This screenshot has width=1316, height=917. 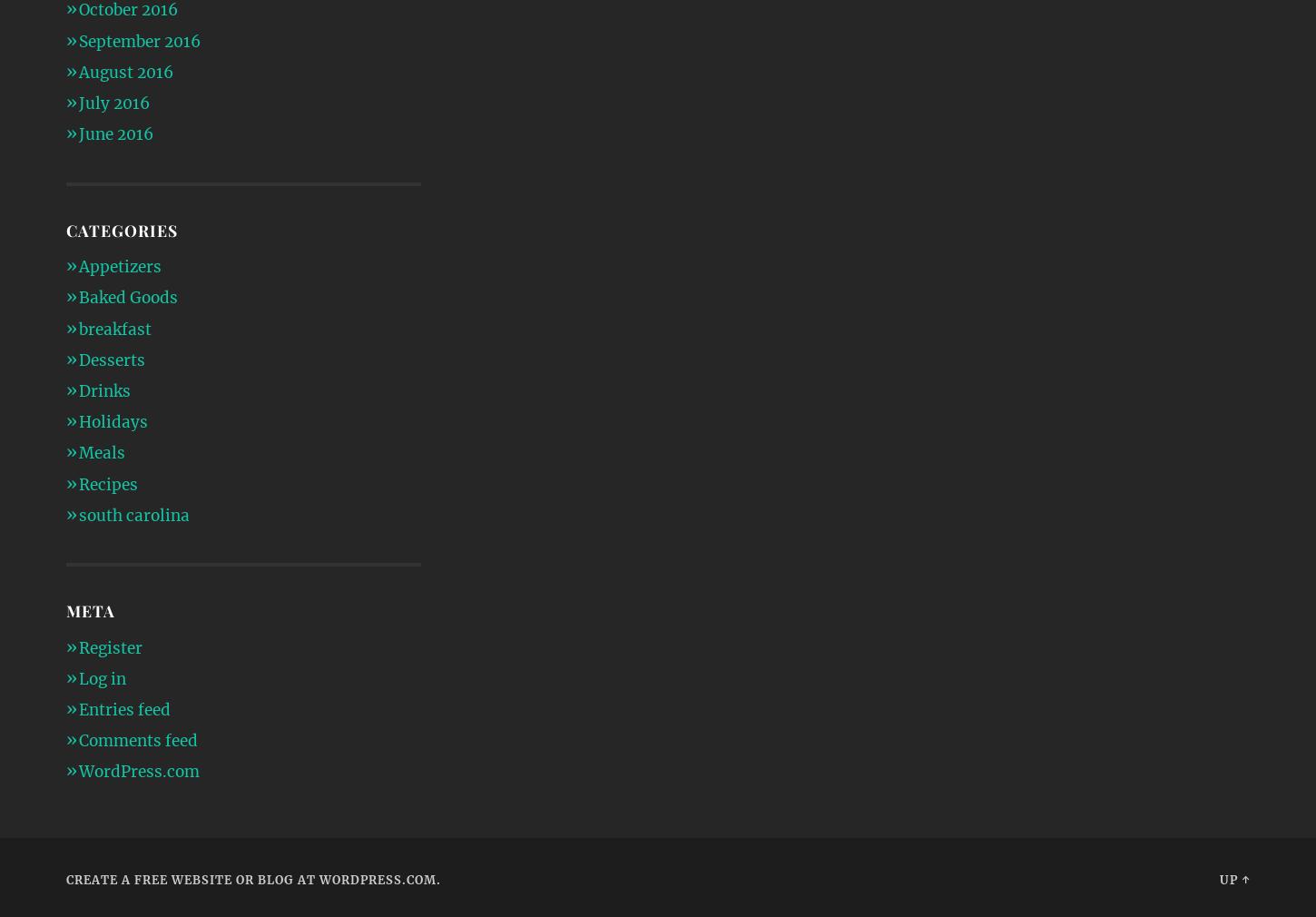 I want to click on 'Comments feed', so click(x=136, y=740).